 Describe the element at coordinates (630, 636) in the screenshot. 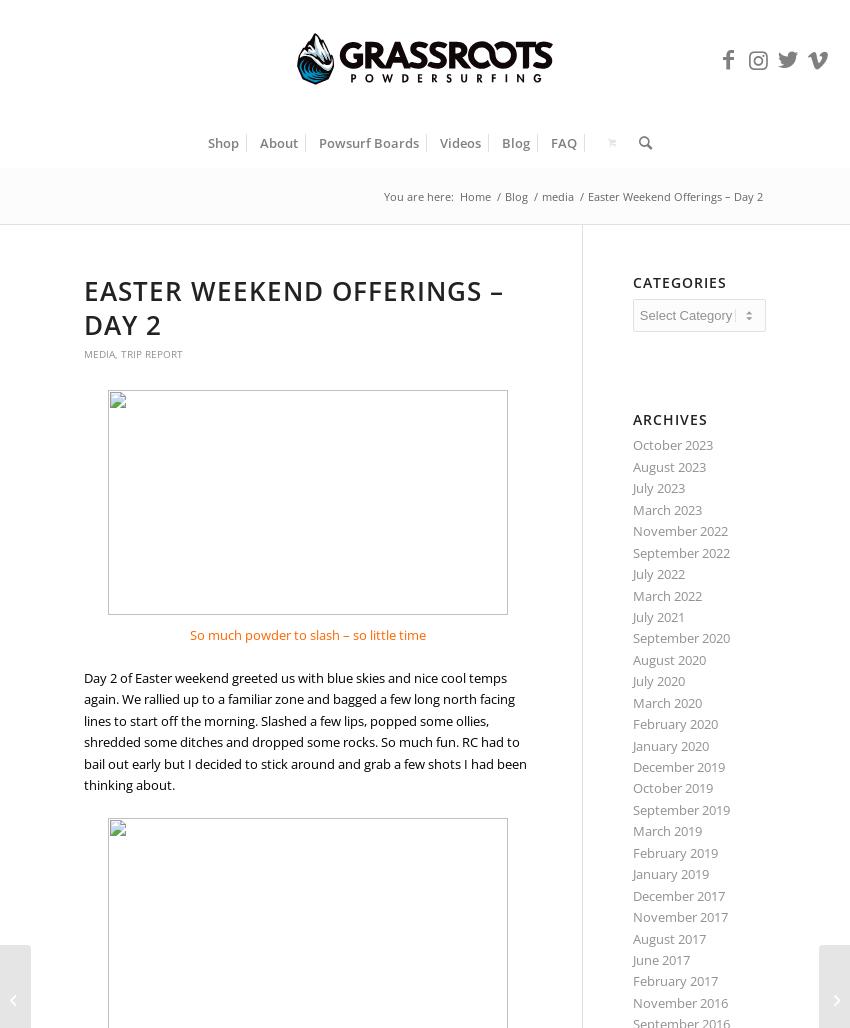

I see `'September 2020'` at that location.